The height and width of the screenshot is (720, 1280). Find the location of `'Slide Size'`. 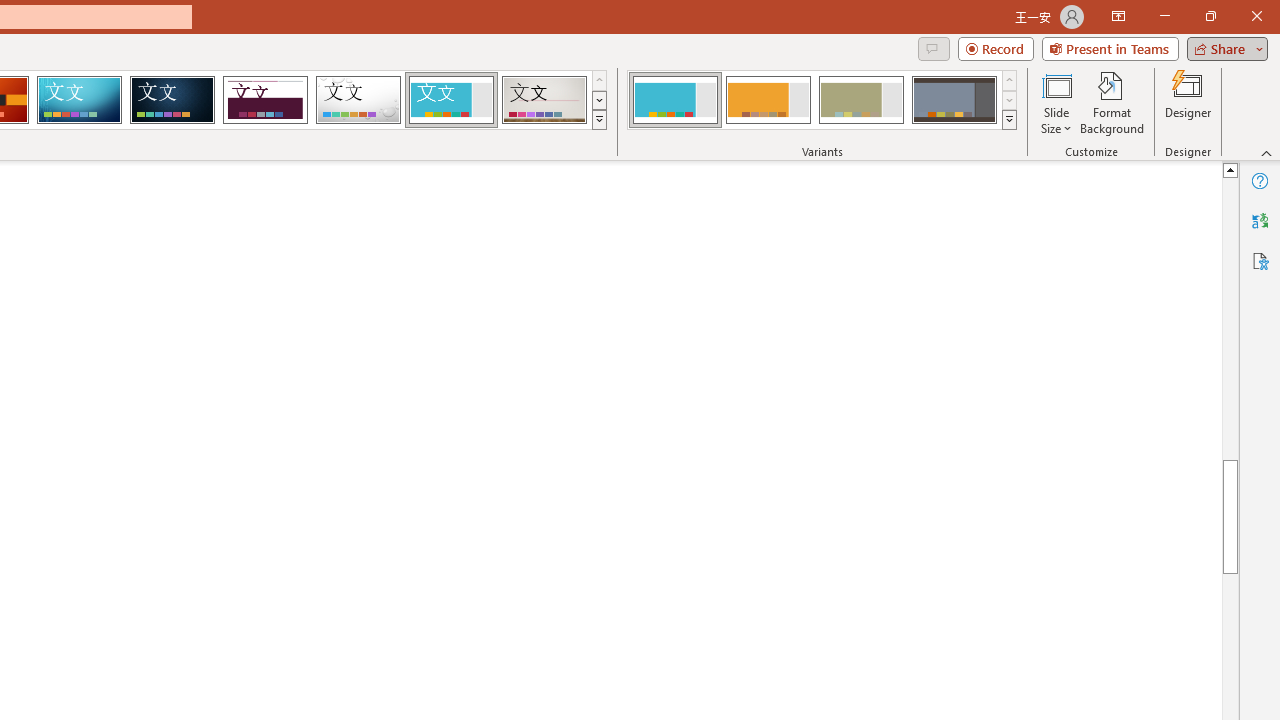

'Slide Size' is located at coordinates (1055, 103).